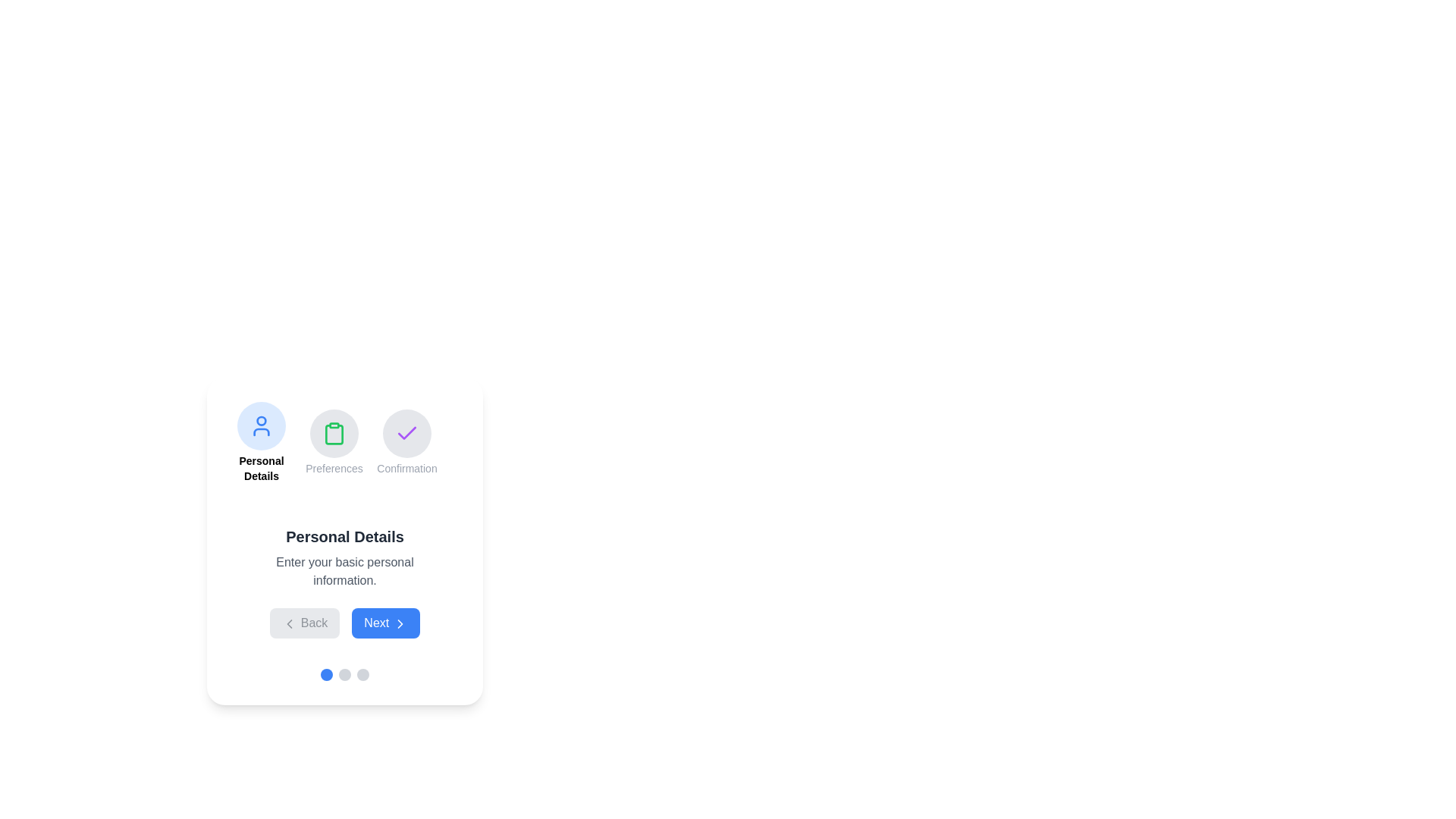 This screenshot has width=1456, height=819. Describe the element at coordinates (400, 623) in the screenshot. I see `the 'Next' button located in the bottom right of the card interface` at that location.